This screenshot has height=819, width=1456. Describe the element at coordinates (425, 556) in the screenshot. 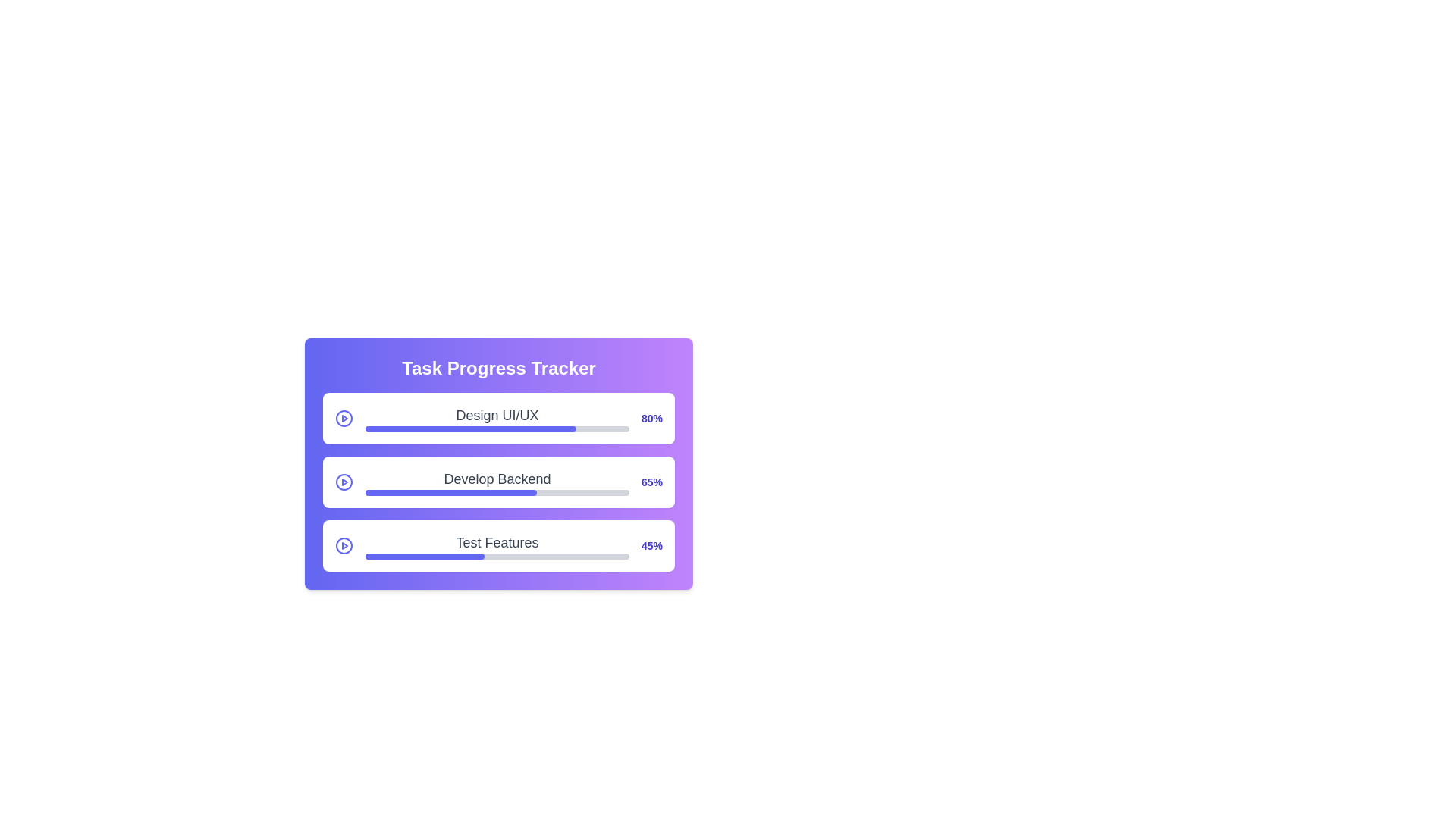

I see `the completed portion of the third progress bar segment, which visually indicates a progress value of 45% and is located below the 'Test Features' label` at that location.